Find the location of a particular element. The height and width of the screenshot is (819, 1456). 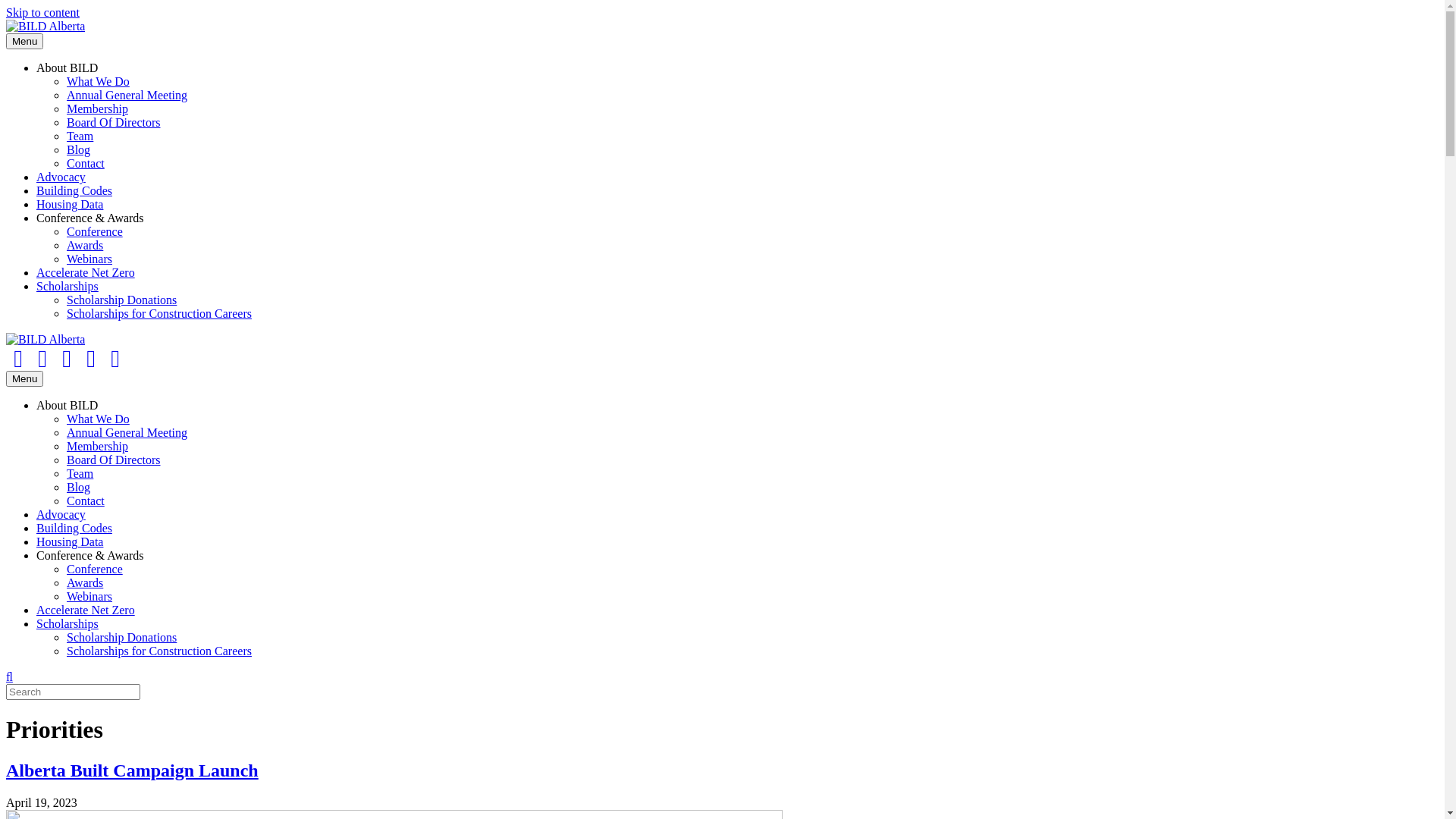

'Conference' is located at coordinates (93, 231).